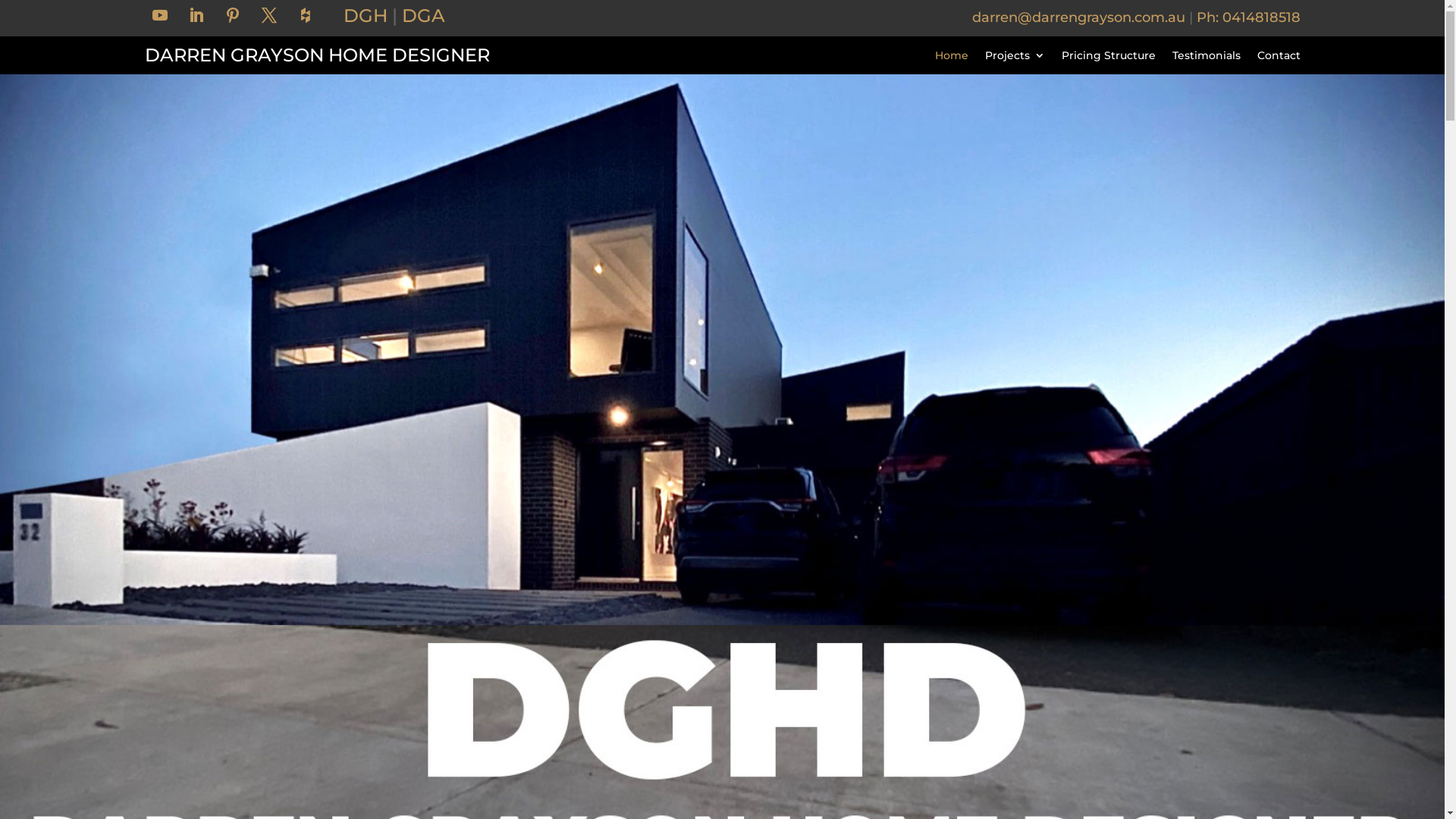  I want to click on 'Follow on LinkedIn', so click(196, 14).